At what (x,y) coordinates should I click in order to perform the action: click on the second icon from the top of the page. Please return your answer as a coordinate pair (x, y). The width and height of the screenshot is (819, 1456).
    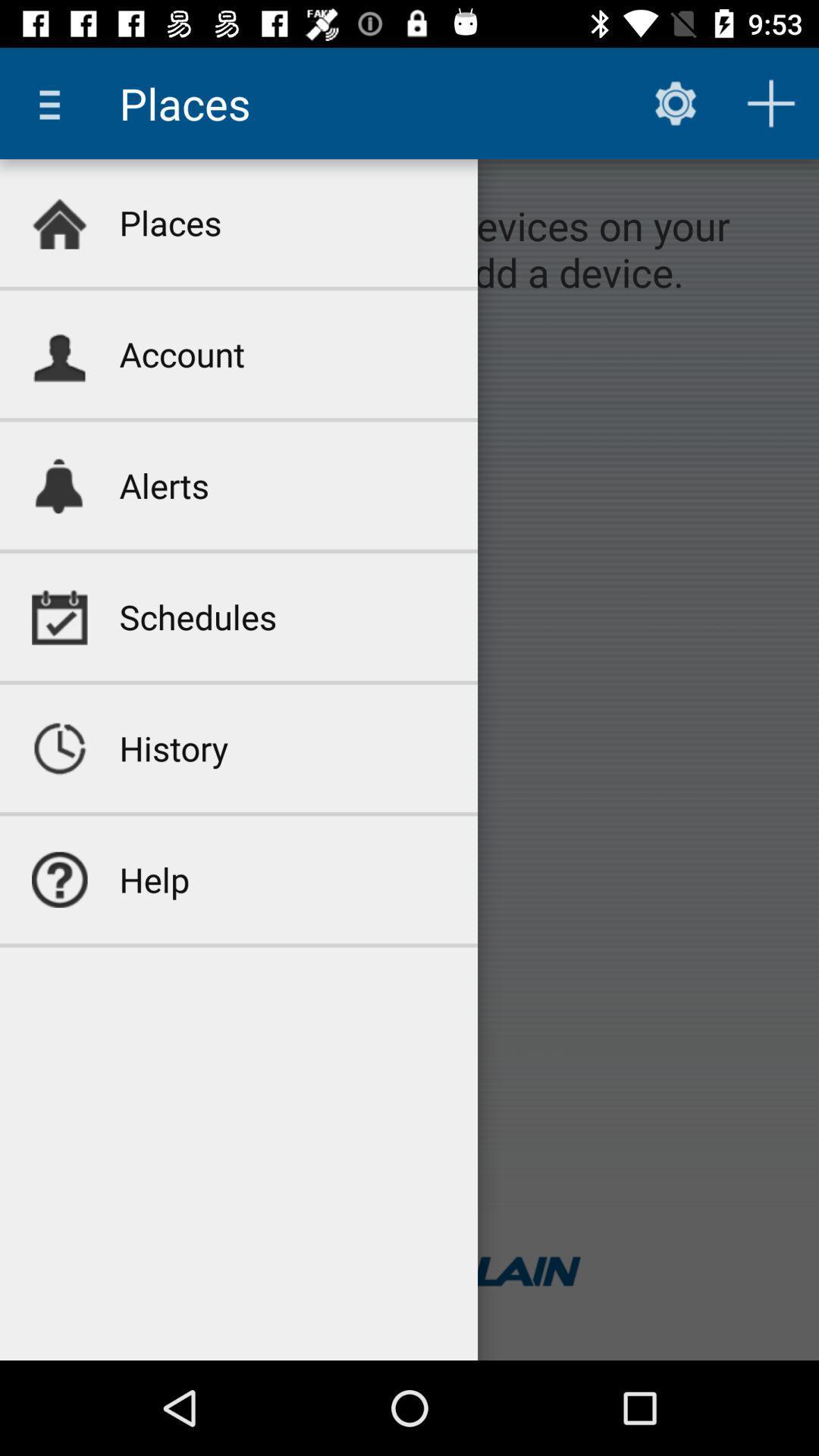
    Looking at the image, I should click on (58, 353).